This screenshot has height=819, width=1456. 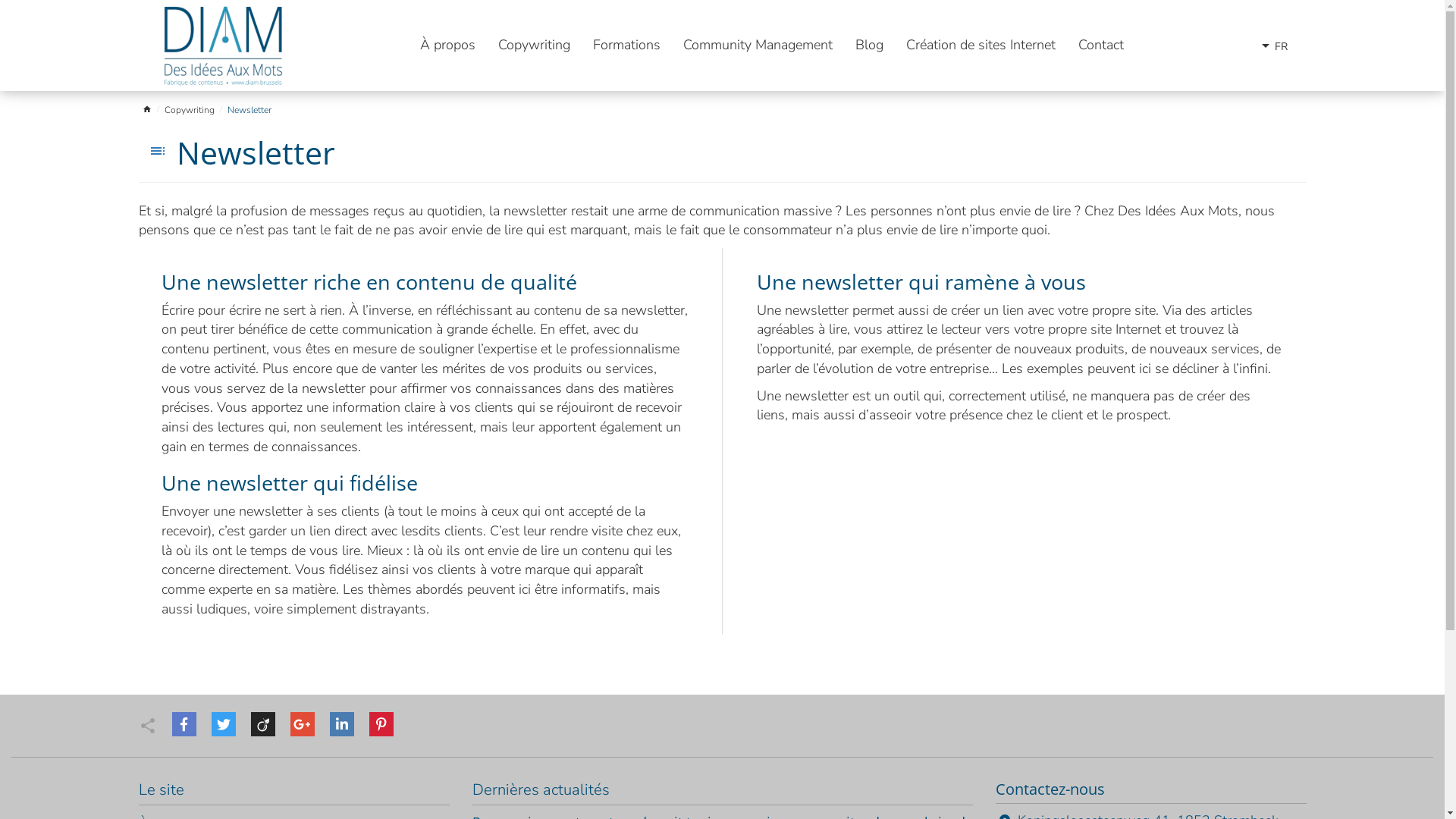 I want to click on 'Twitter', so click(x=221, y=723).